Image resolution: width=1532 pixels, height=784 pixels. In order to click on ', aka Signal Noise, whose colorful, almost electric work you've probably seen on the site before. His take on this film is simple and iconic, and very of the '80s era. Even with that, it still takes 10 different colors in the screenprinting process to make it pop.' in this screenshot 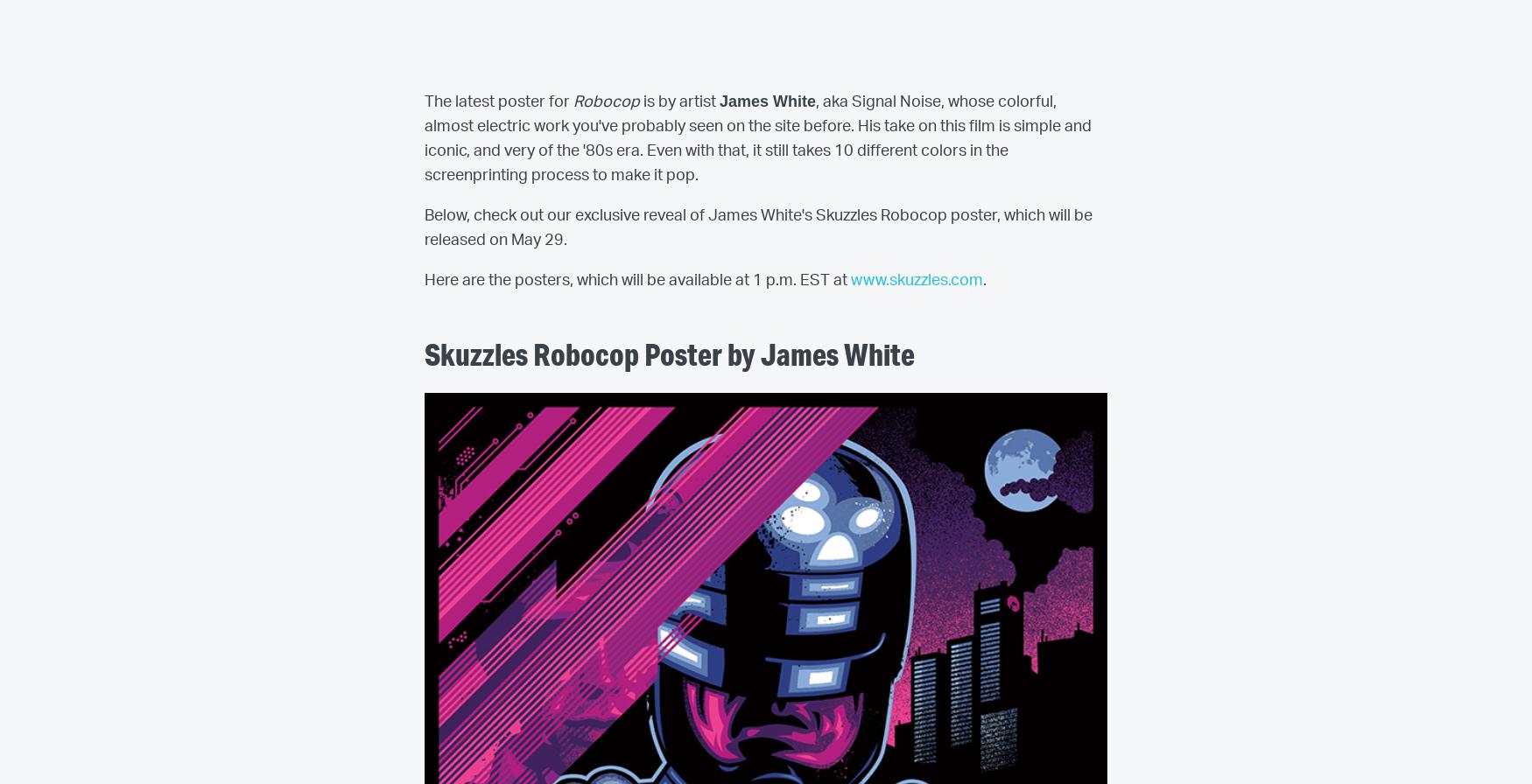, I will do `click(758, 137)`.